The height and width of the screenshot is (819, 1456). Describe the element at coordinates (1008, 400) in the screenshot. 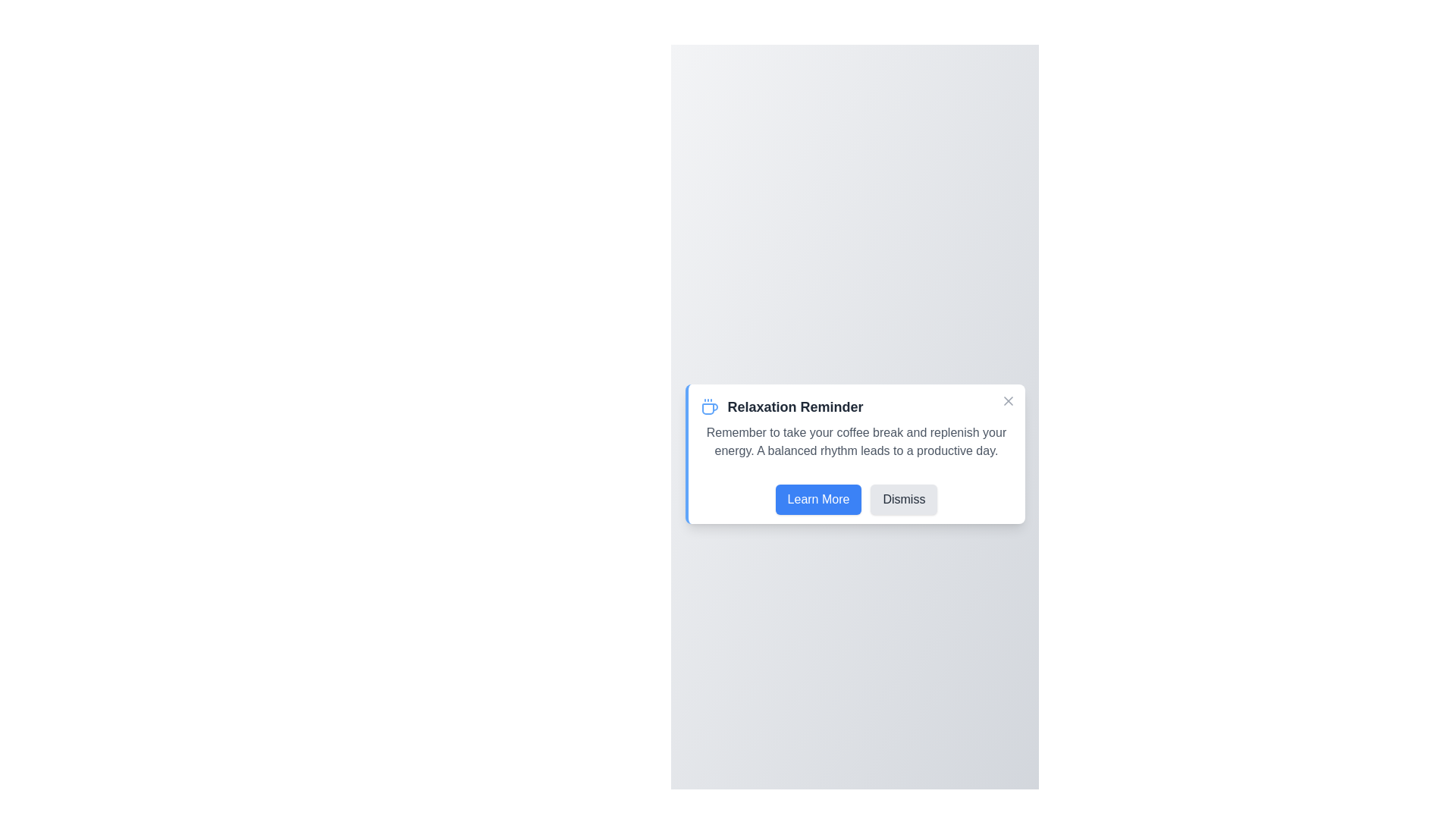

I see `the close button to close the alert` at that location.